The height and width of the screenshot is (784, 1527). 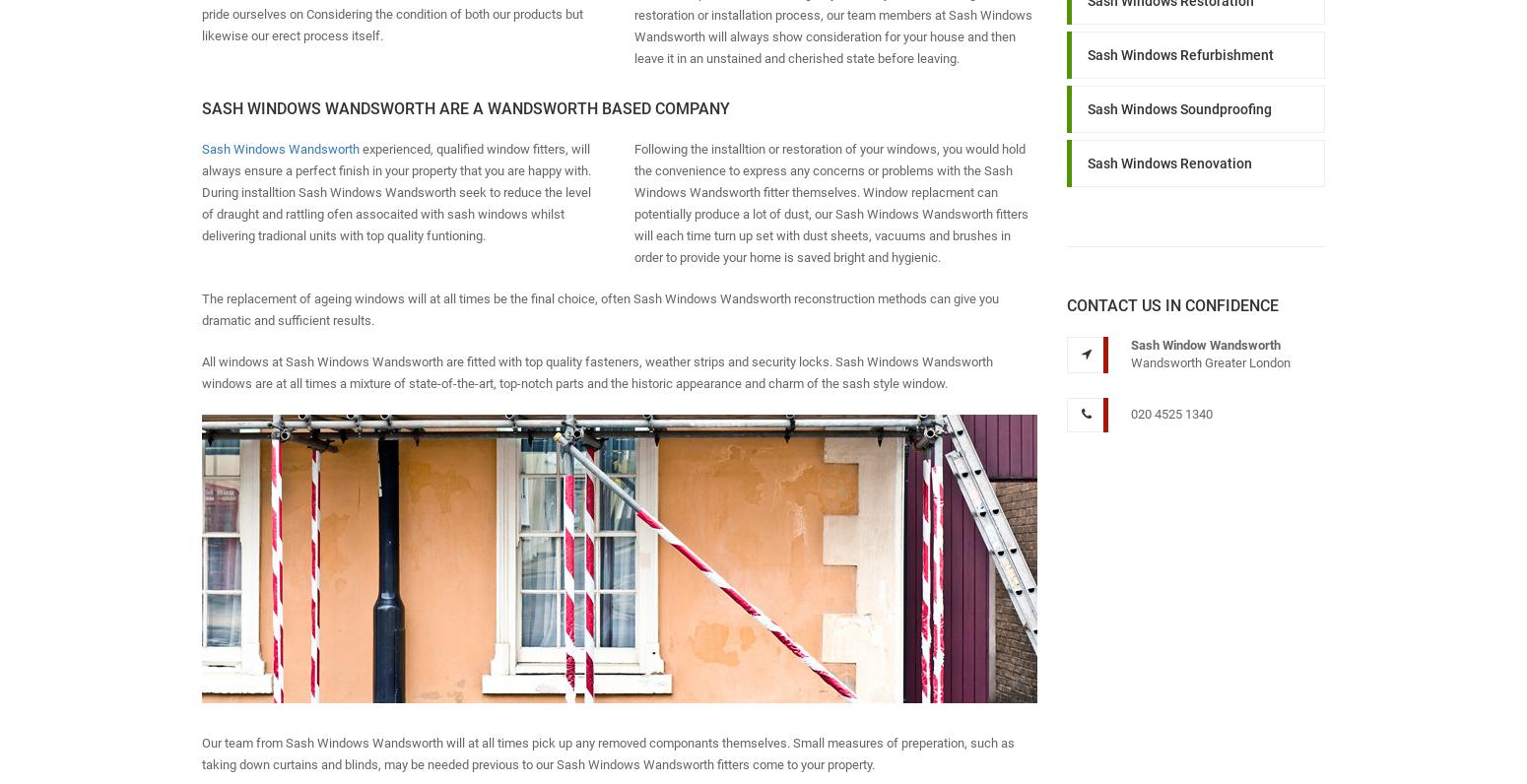 I want to click on 'Sash Window Wandsworth', so click(x=1204, y=343).